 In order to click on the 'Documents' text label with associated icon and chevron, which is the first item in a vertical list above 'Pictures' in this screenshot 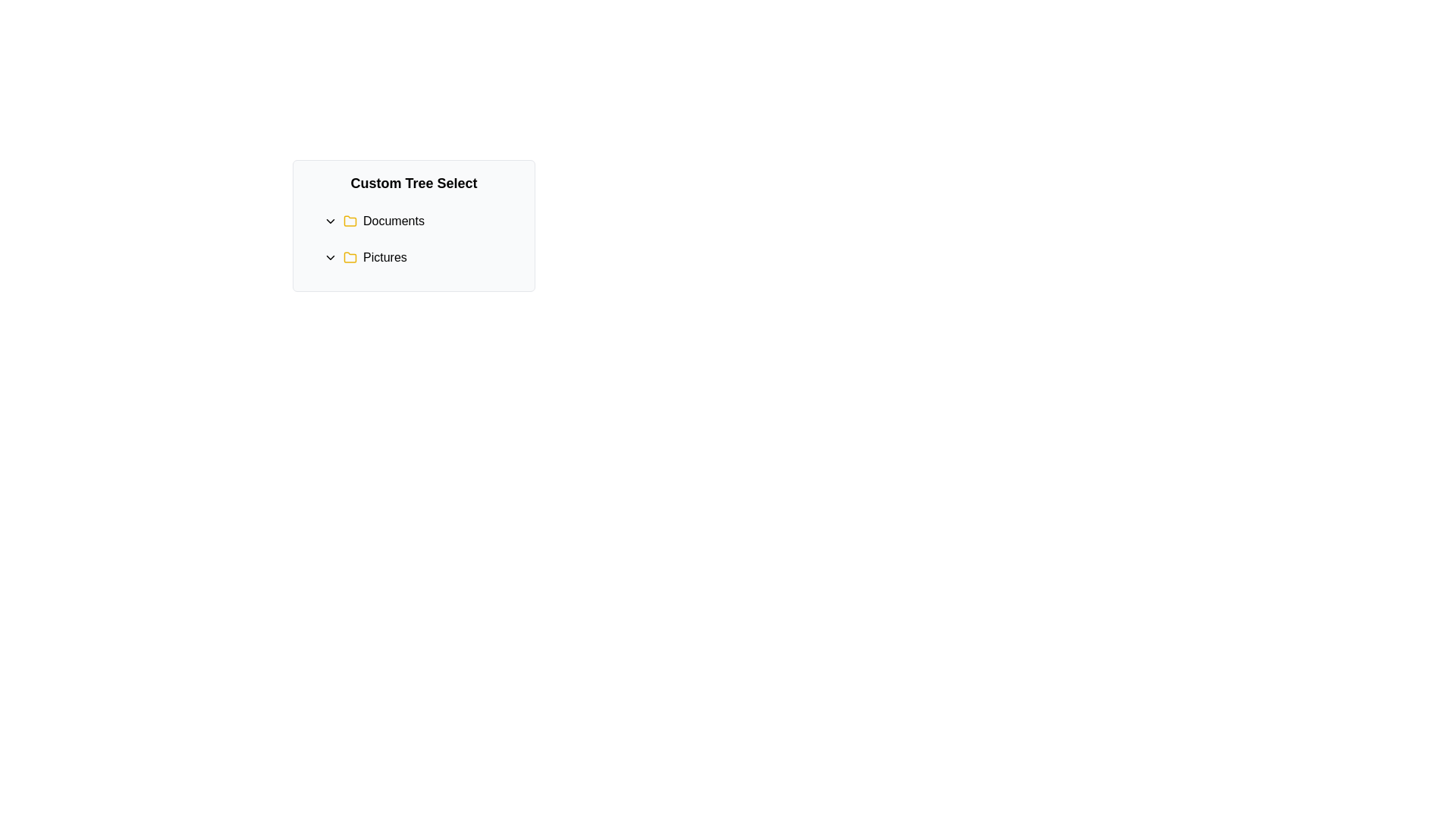, I will do `click(419, 221)`.